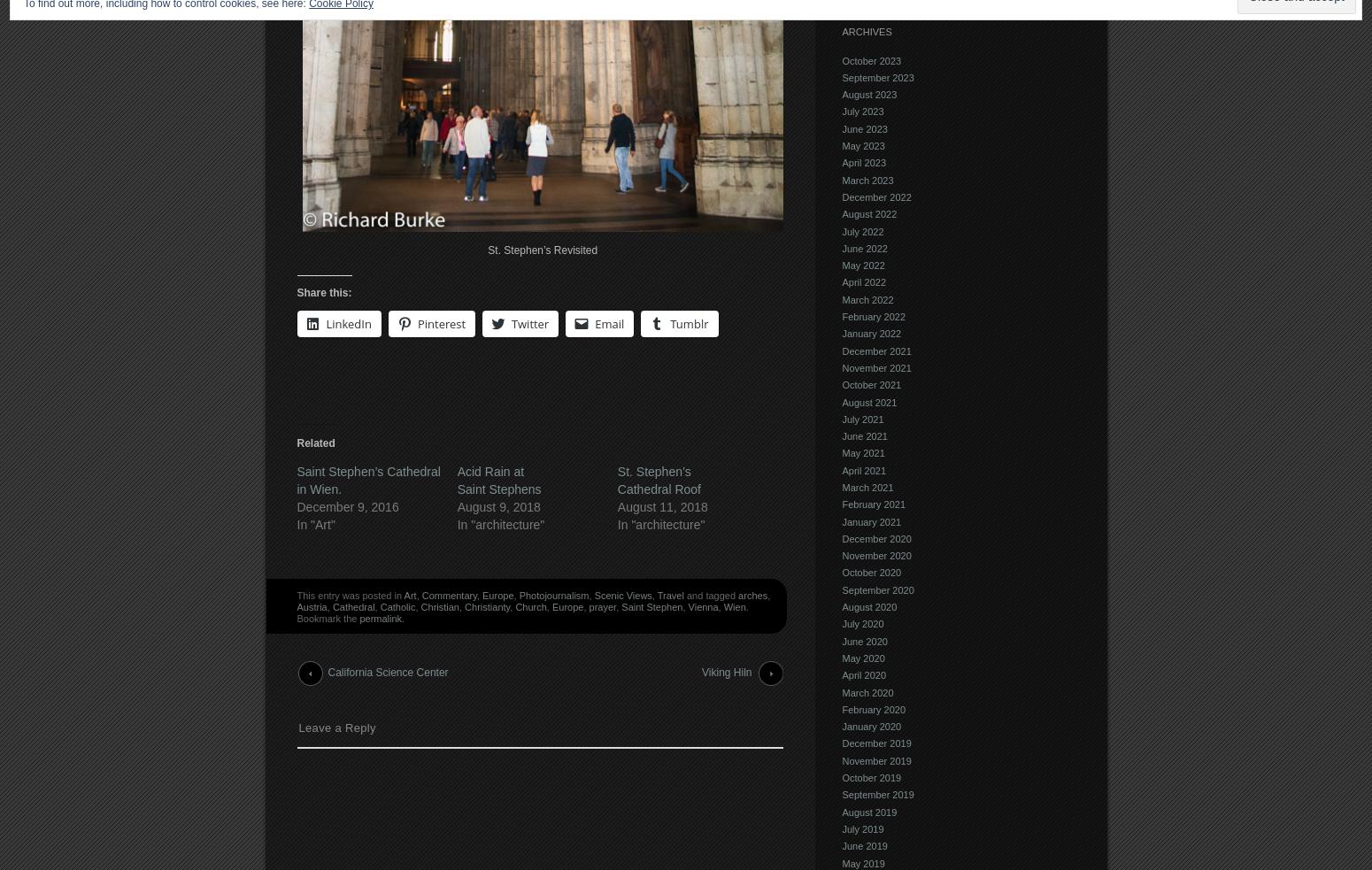 The image size is (1372, 870). Describe the element at coordinates (543, 250) in the screenshot. I see `'St. Stephen’s Revisited'` at that location.